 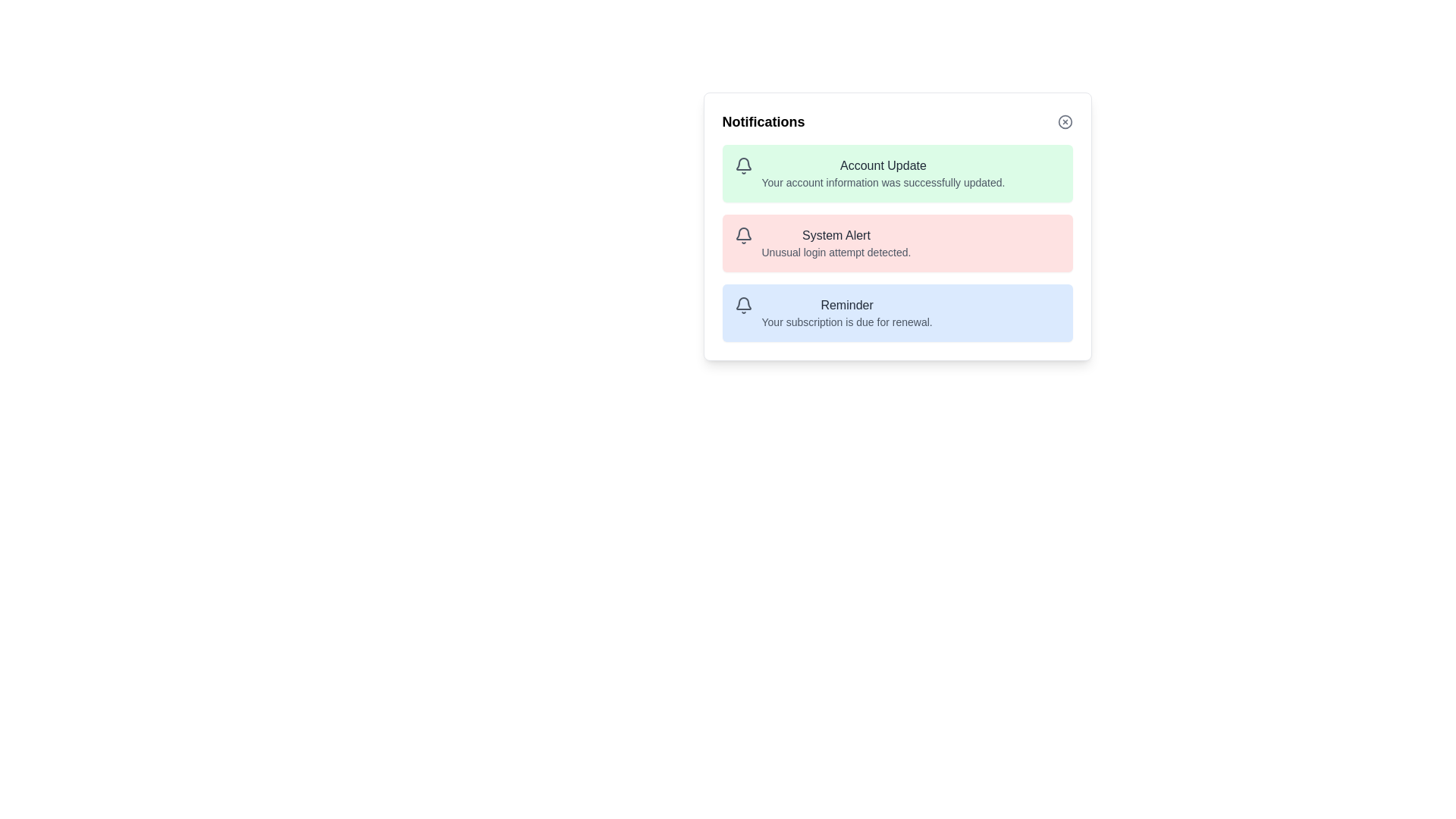 What do you see at coordinates (743, 305) in the screenshot?
I see `the bell-shaped icon located at the top-left corner of the blue notification panel, which is adjacent to the 'Reminder' text` at bounding box center [743, 305].